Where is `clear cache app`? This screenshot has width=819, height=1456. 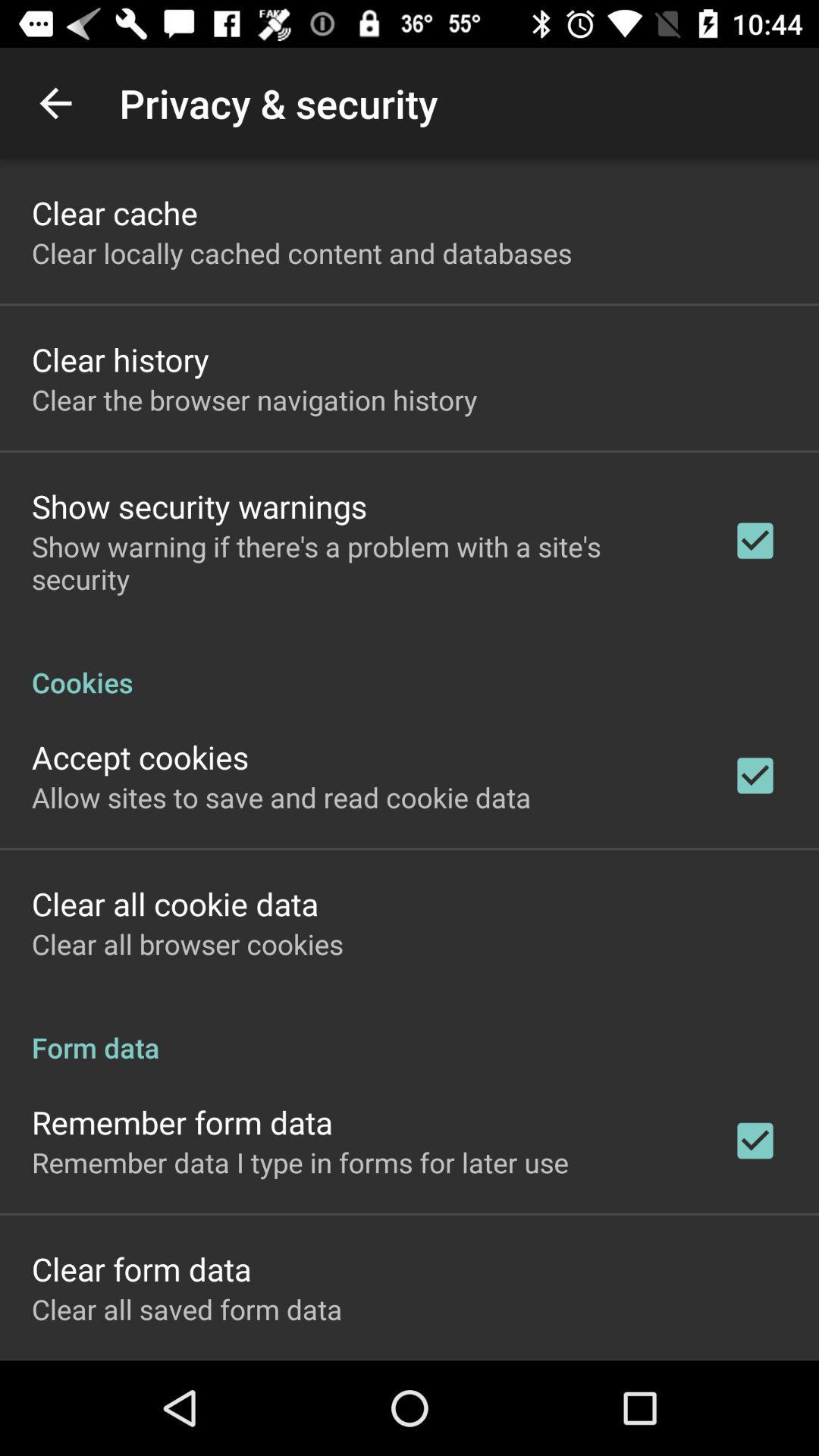 clear cache app is located at coordinates (114, 212).